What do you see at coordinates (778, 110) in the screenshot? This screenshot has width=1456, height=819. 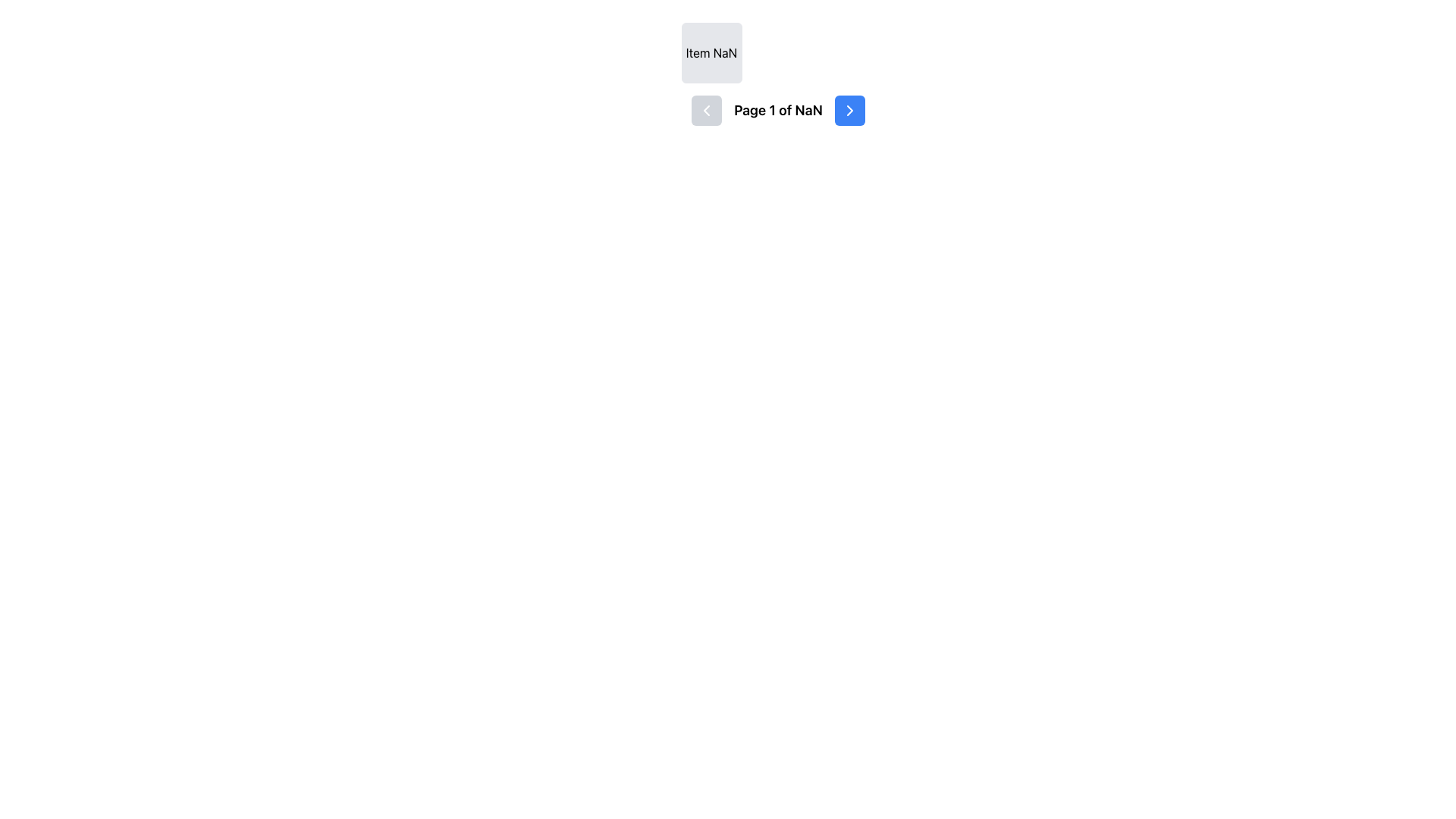 I see `the text label that displays the current page number and total number of pages in the paginated view, located between the previous page button and the next page button` at bounding box center [778, 110].